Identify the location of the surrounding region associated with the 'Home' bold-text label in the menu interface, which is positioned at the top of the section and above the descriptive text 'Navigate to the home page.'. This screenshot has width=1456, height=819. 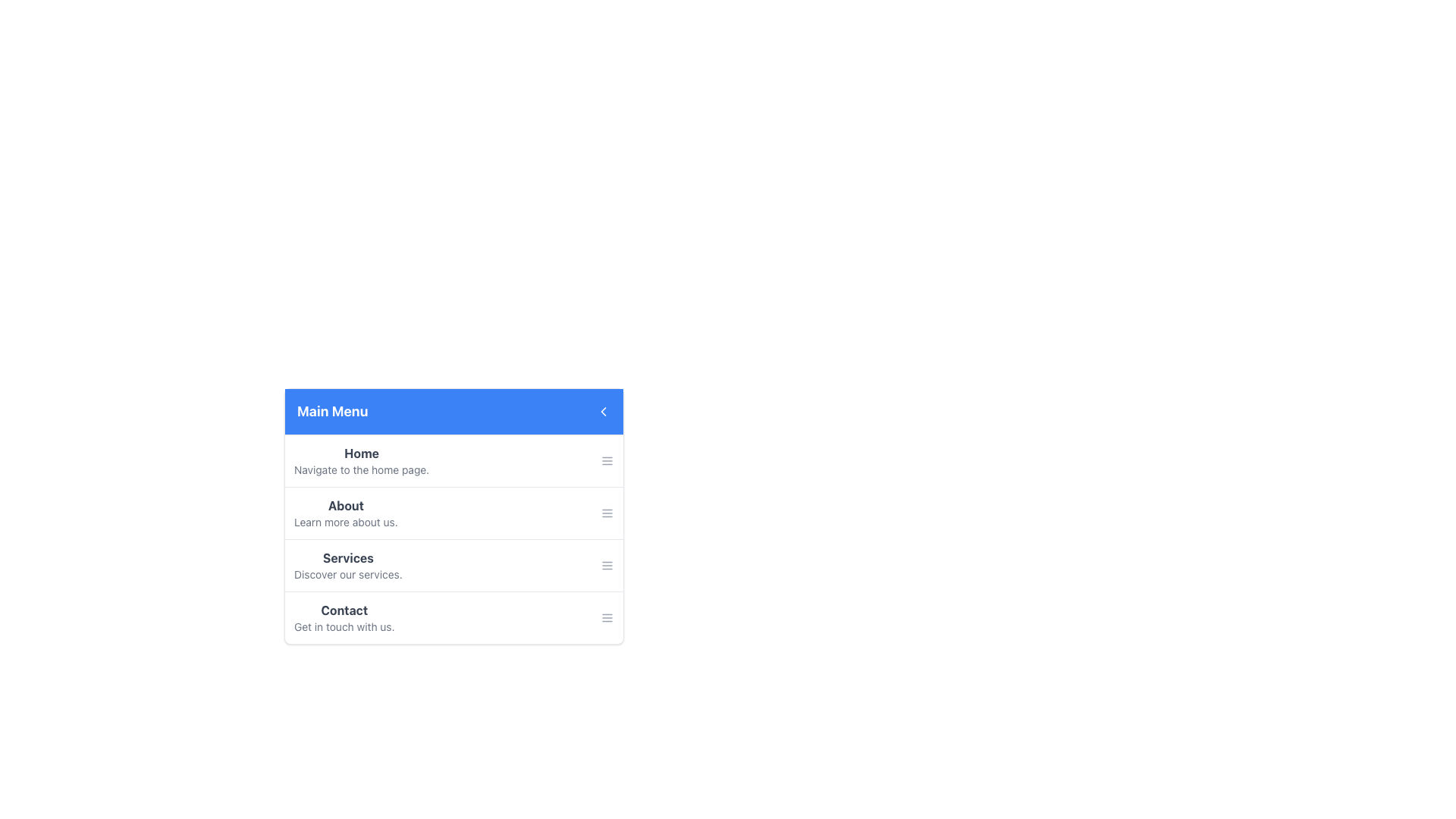
(361, 452).